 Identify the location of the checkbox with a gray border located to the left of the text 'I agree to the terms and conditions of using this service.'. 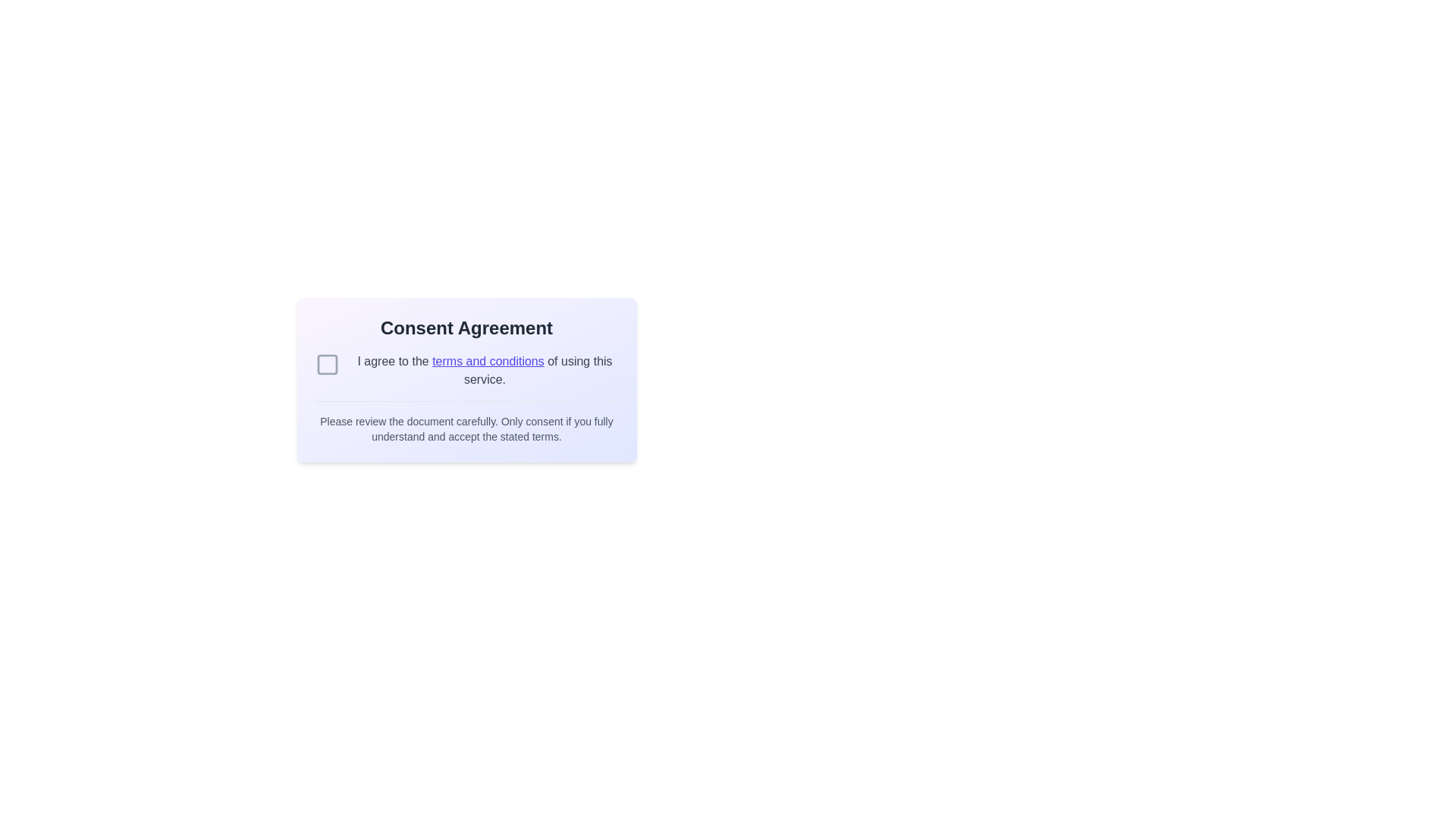
(326, 365).